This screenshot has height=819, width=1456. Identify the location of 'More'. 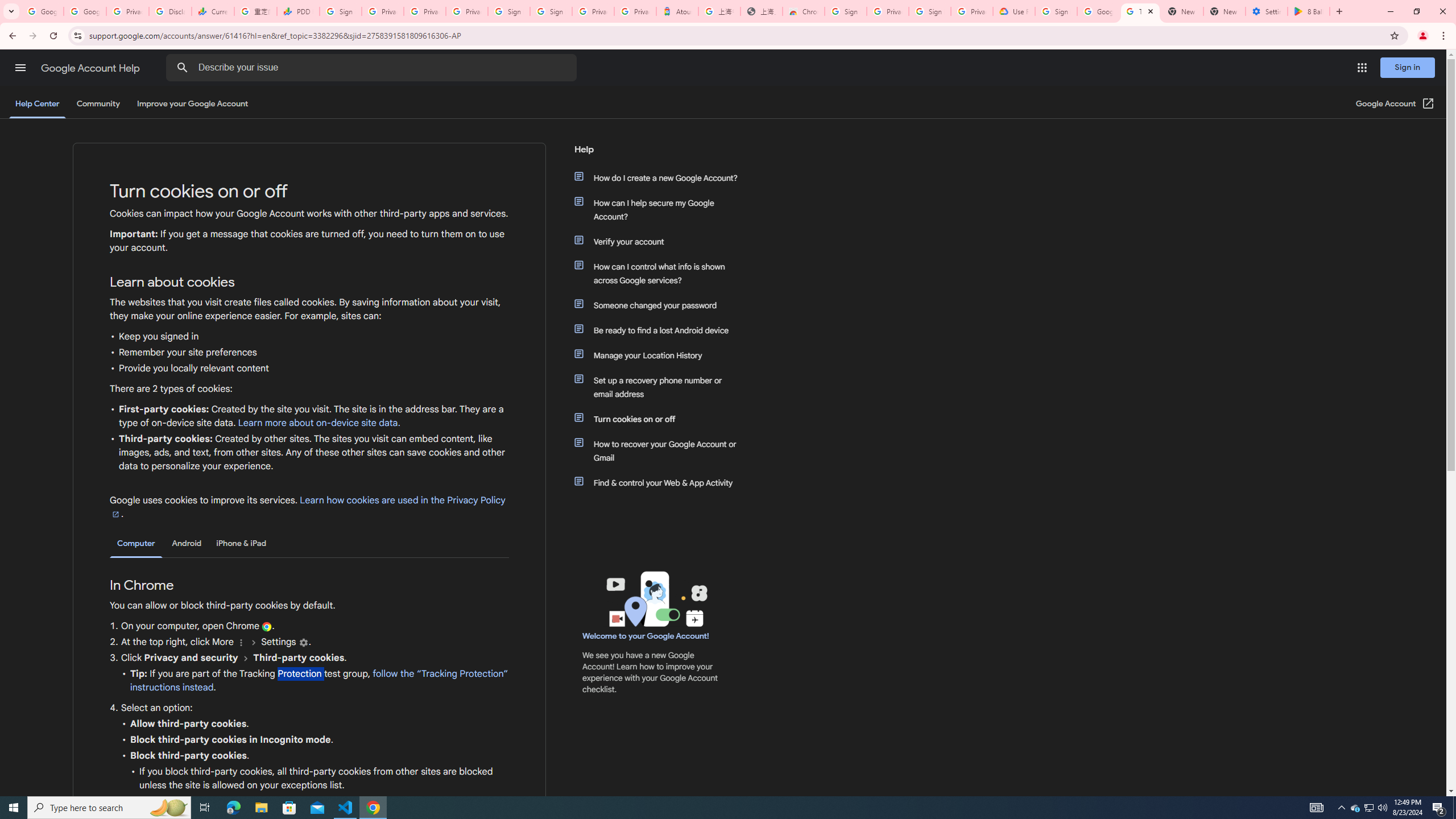
(241, 642).